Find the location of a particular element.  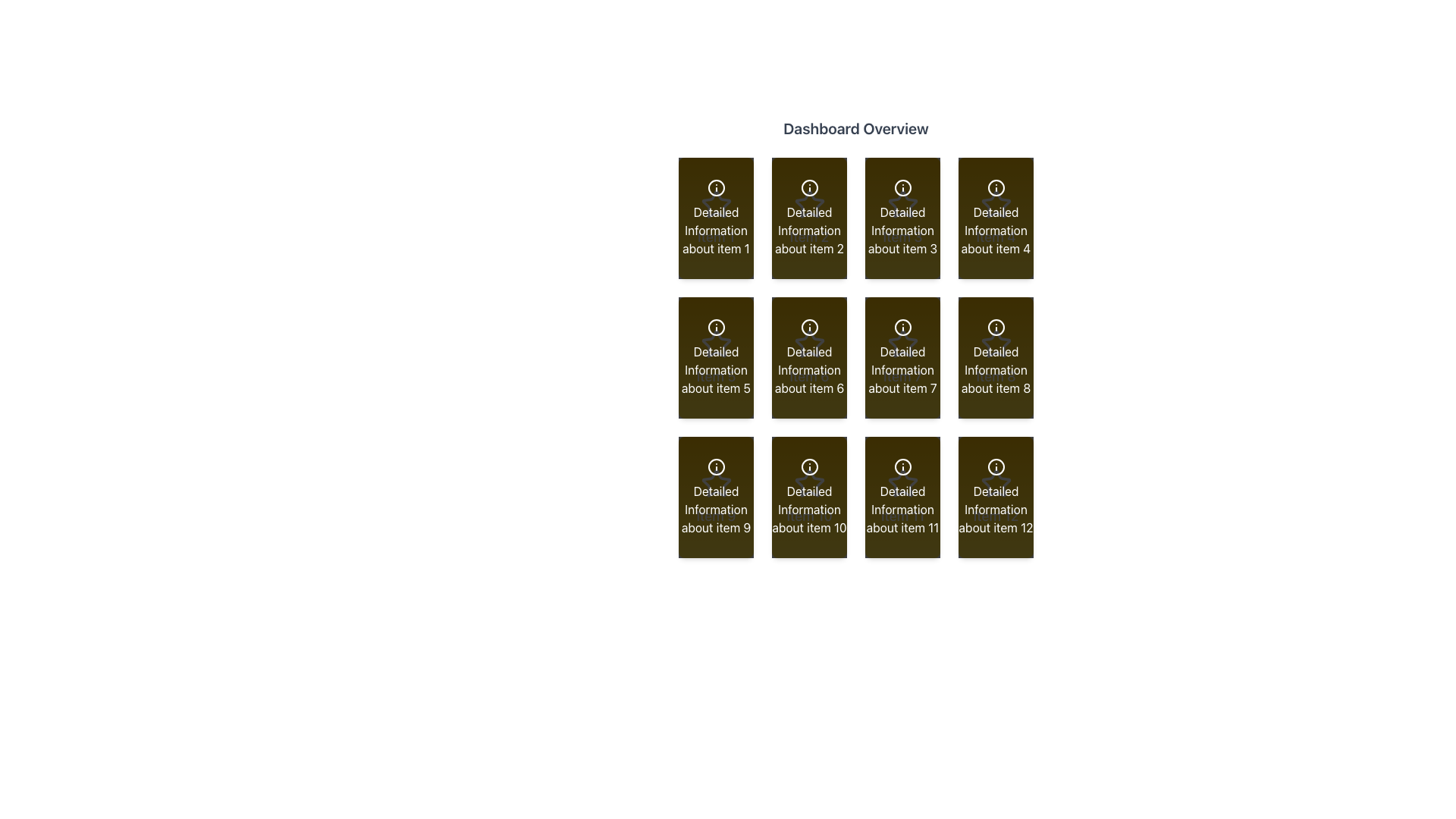

the clickable card representing 'Item 5' located in the second row, first column of the 'Dashboard Overview' section is located at coordinates (715, 357).